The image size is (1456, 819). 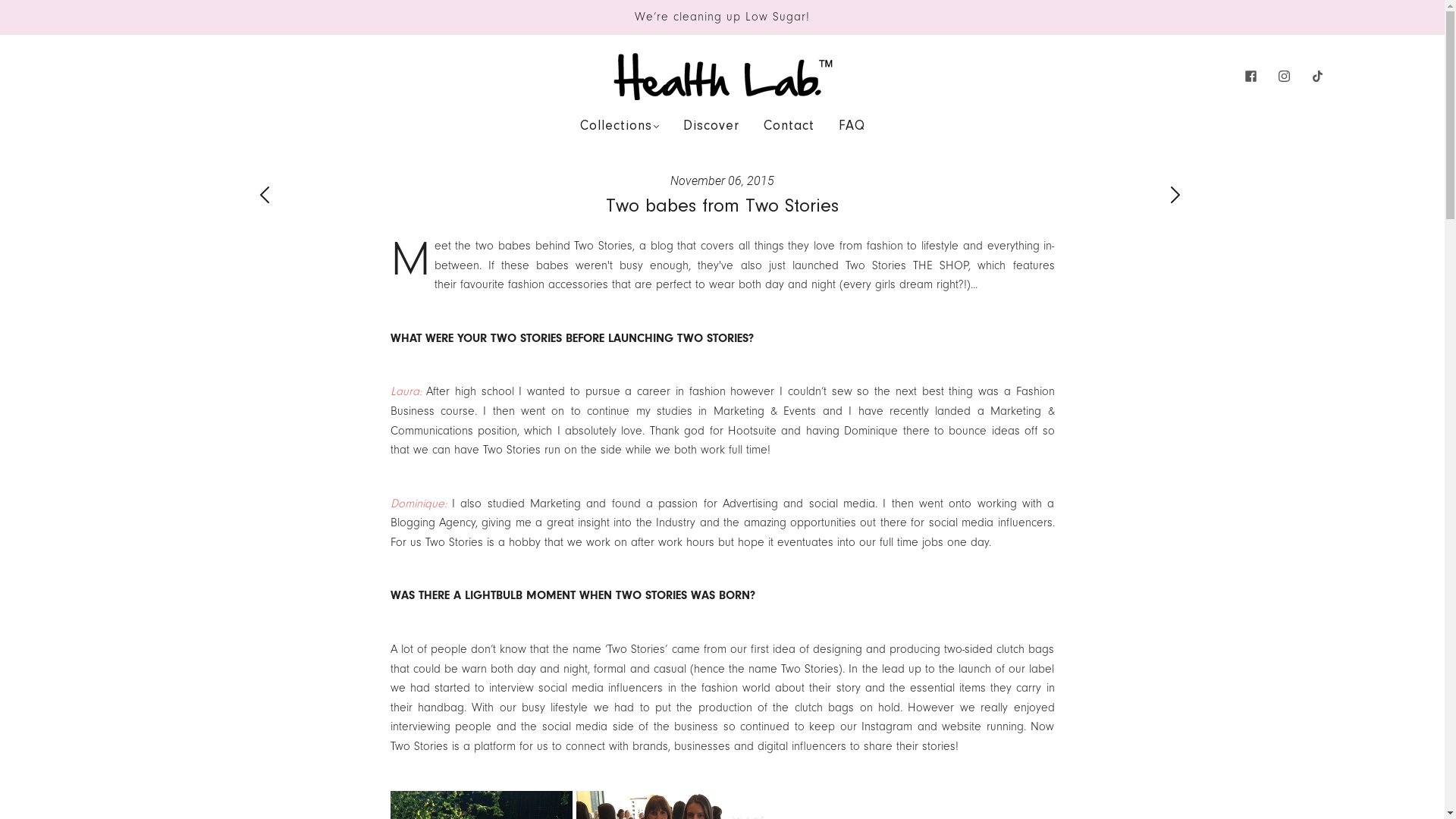 What do you see at coordinates (788, 126) in the screenshot?
I see `'Contact'` at bounding box center [788, 126].